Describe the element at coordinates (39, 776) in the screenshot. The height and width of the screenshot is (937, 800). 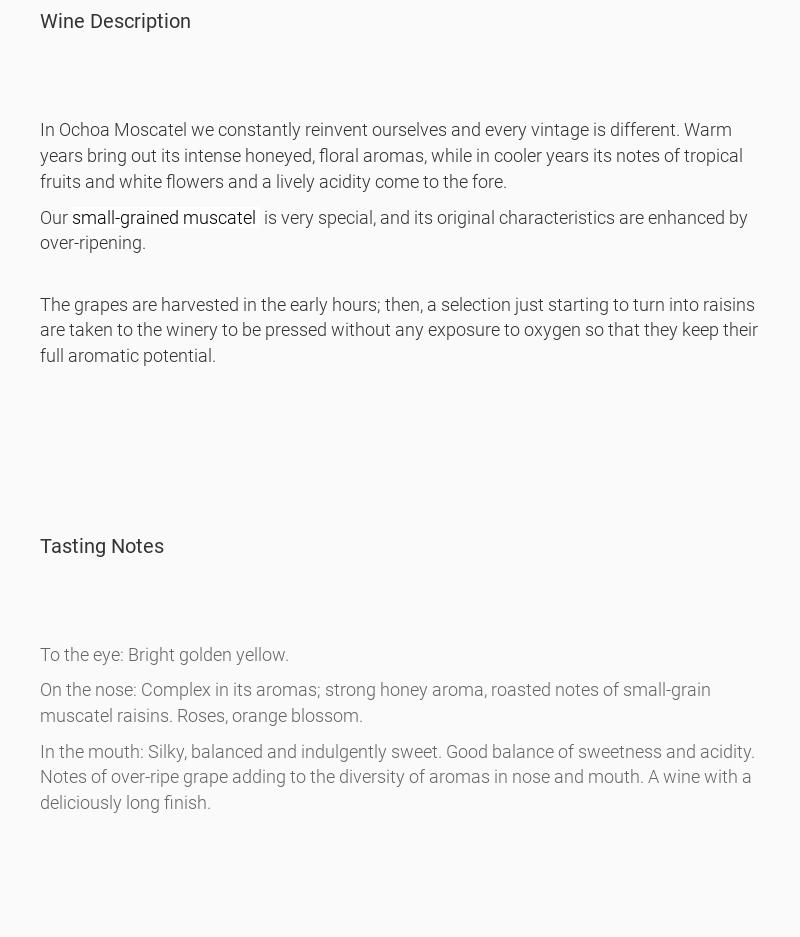
I see `'In the mouth: Silky, balanced and indulgently sweet. Good balance of sweetness and acidity. Notes of over-ripe grape adding to the diversity of aromas in nose and mouth. A wine with a deliciously long finish.'` at that location.